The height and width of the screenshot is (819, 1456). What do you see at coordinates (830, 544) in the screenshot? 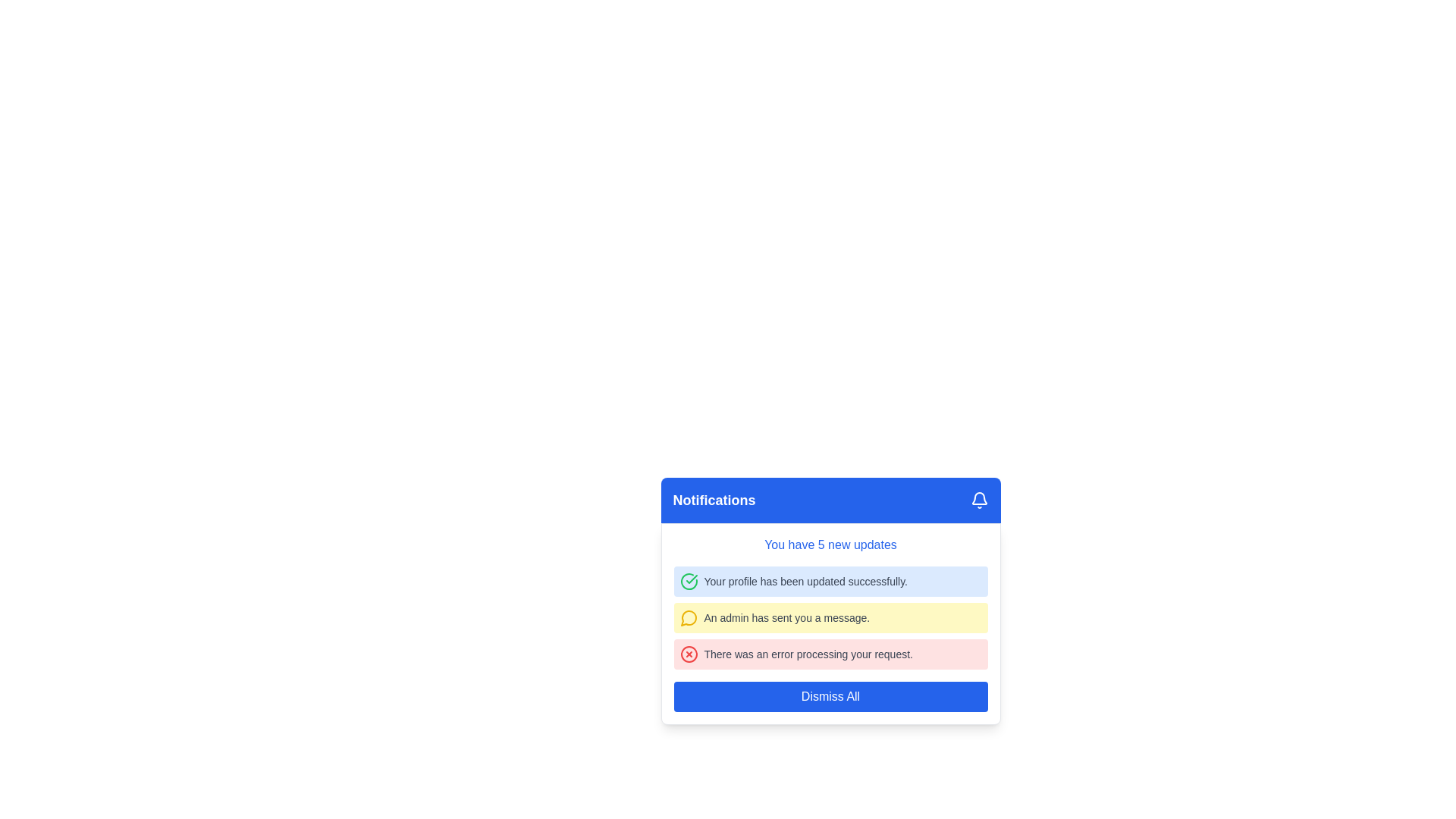
I see `the text label displaying 'You have 5 new updates', which is centrally aligned in blue font within the notification box` at bounding box center [830, 544].